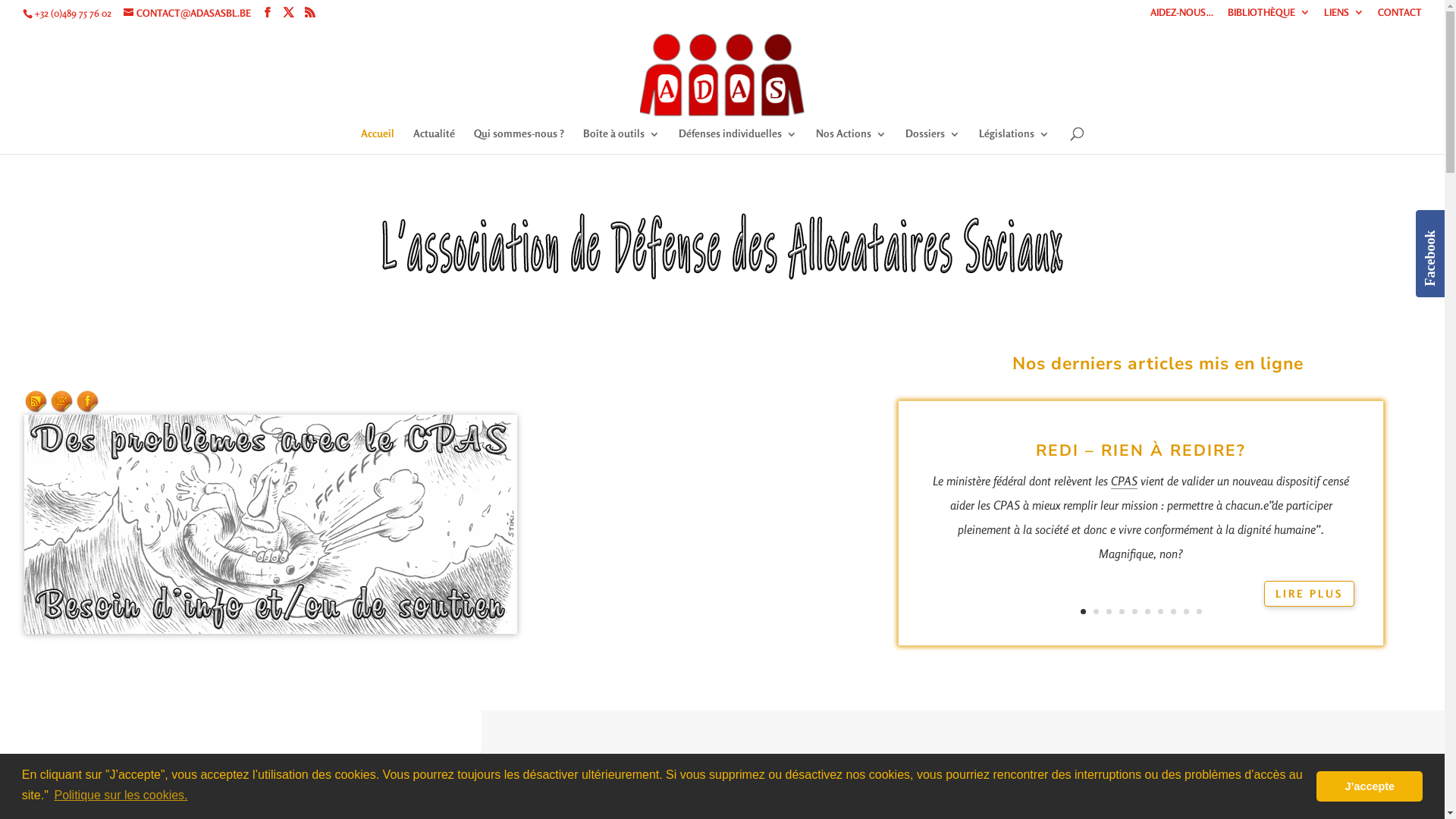  Describe the element at coordinates (1344, 16) in the screenshot. I see `'LIENS'` at that location.